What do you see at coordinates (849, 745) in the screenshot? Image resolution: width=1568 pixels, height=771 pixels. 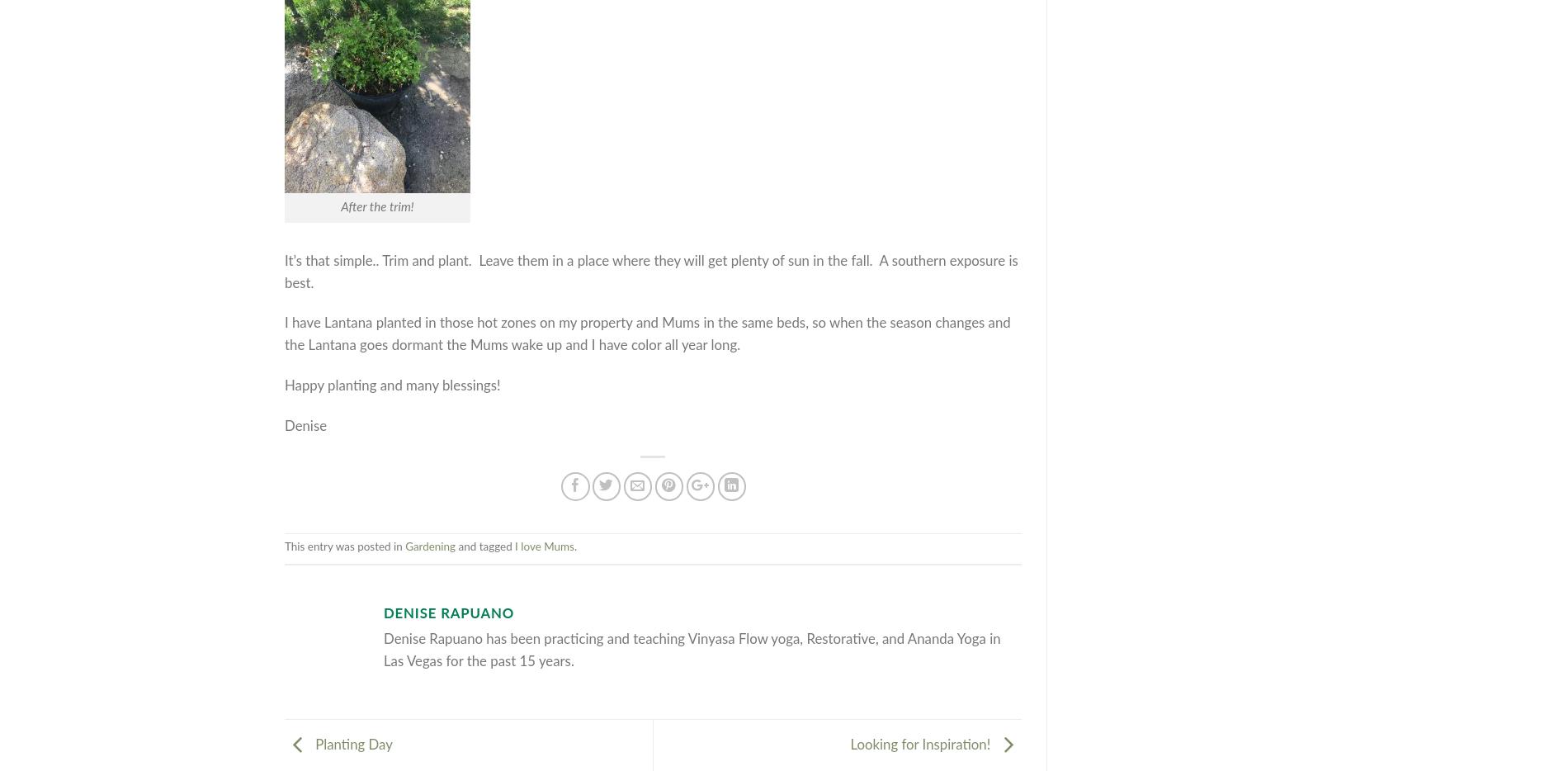 I see `'Looking for Inspiration!'` at bounding box center [849, 745].